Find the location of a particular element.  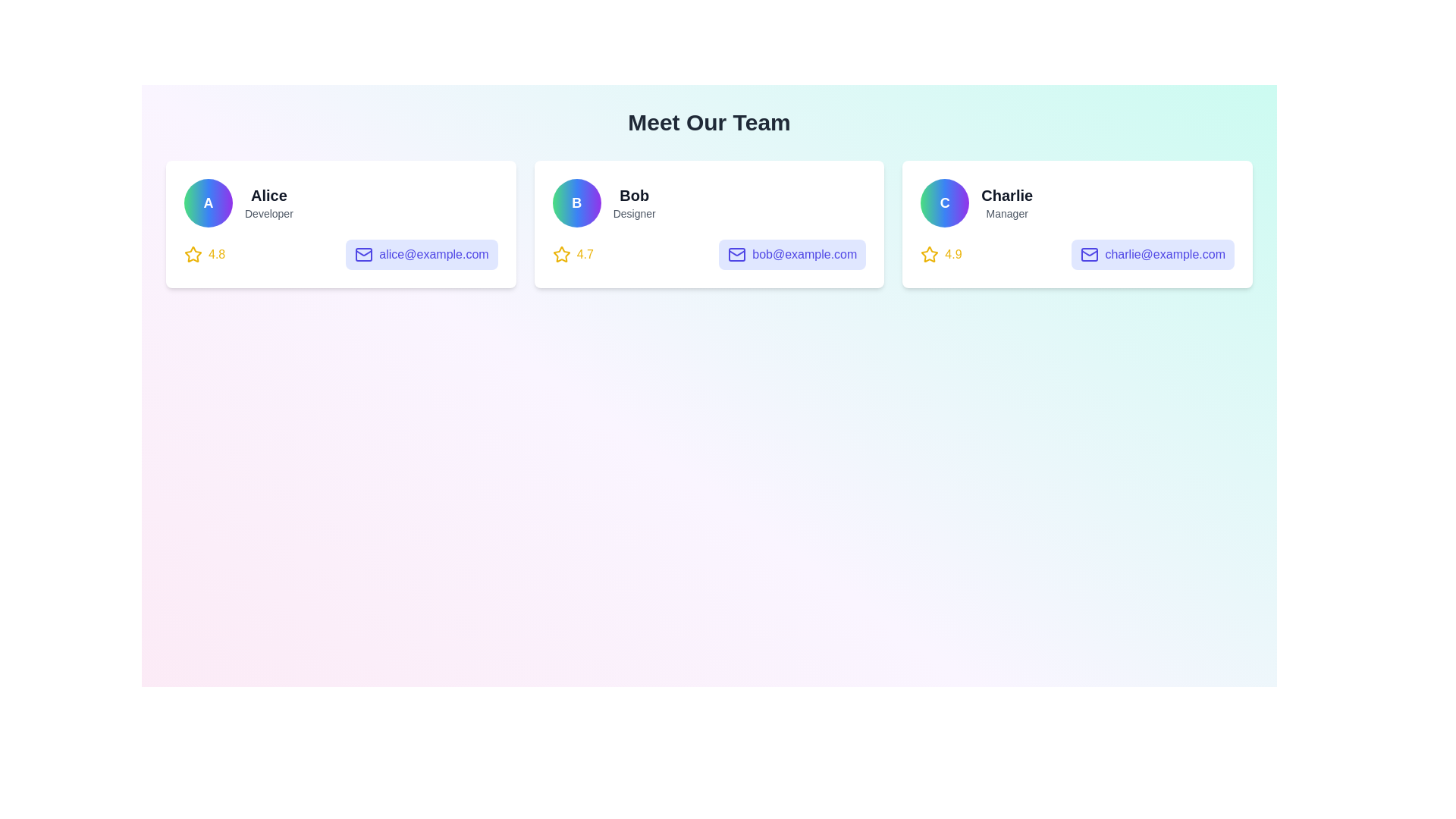

the clickable email link for 'Alice', a Developer, located in the first 'Meet Our Team' card is located at coordinates (422, 253).